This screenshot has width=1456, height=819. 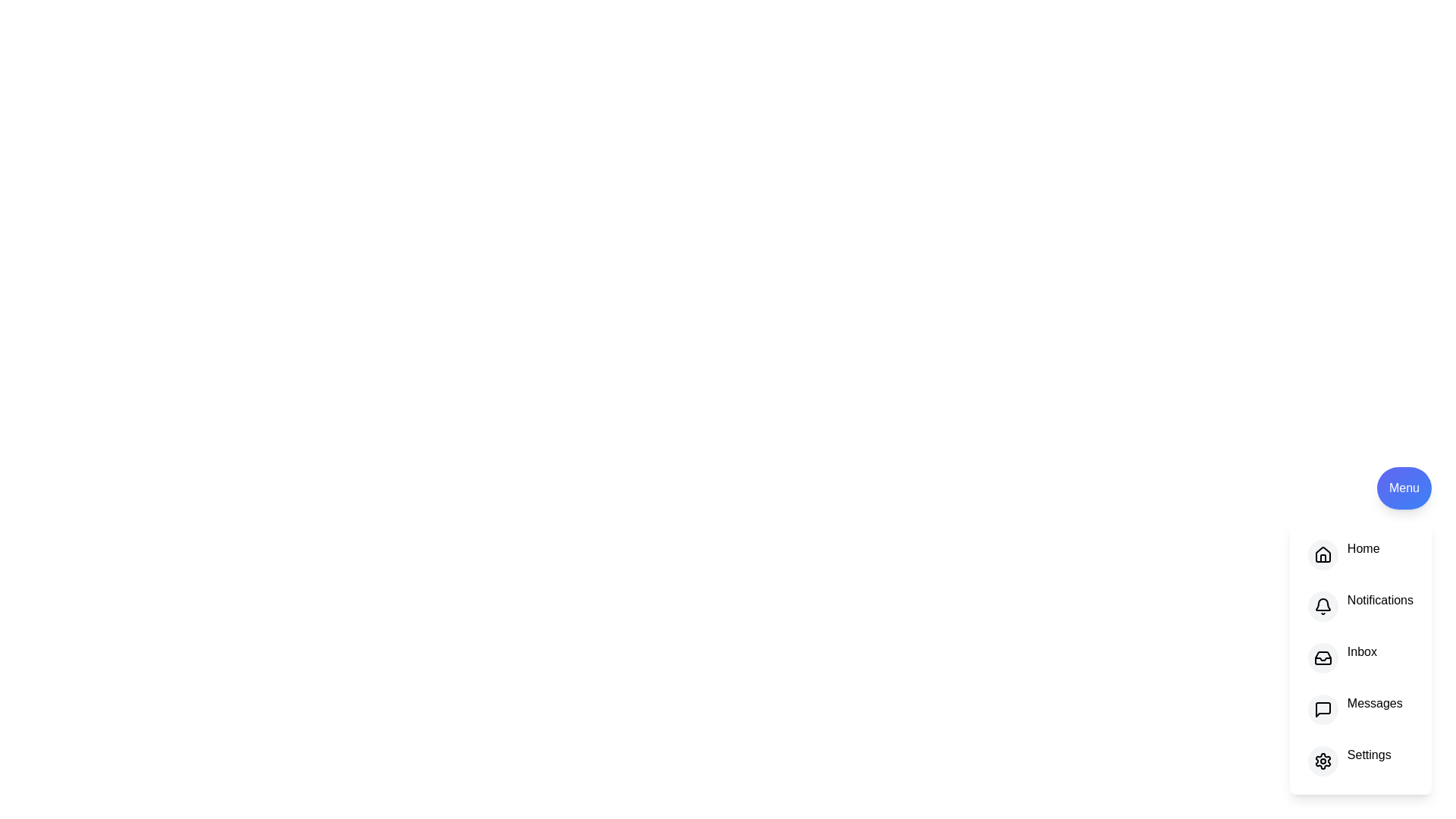 I want to click on the 'Menu' button to toggle the menu visibility, so click(x=1404, y=488).